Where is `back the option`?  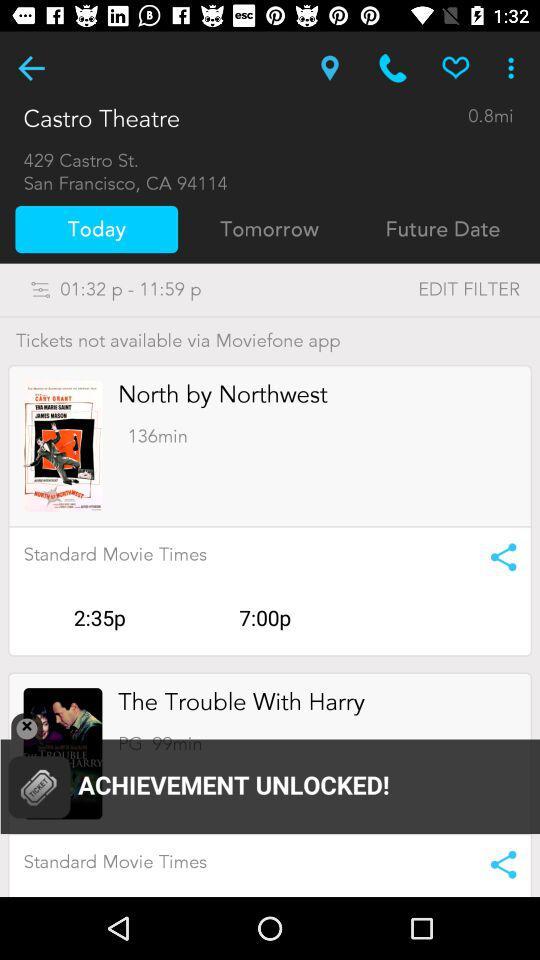 back the option is located at coordinates (30, 68).